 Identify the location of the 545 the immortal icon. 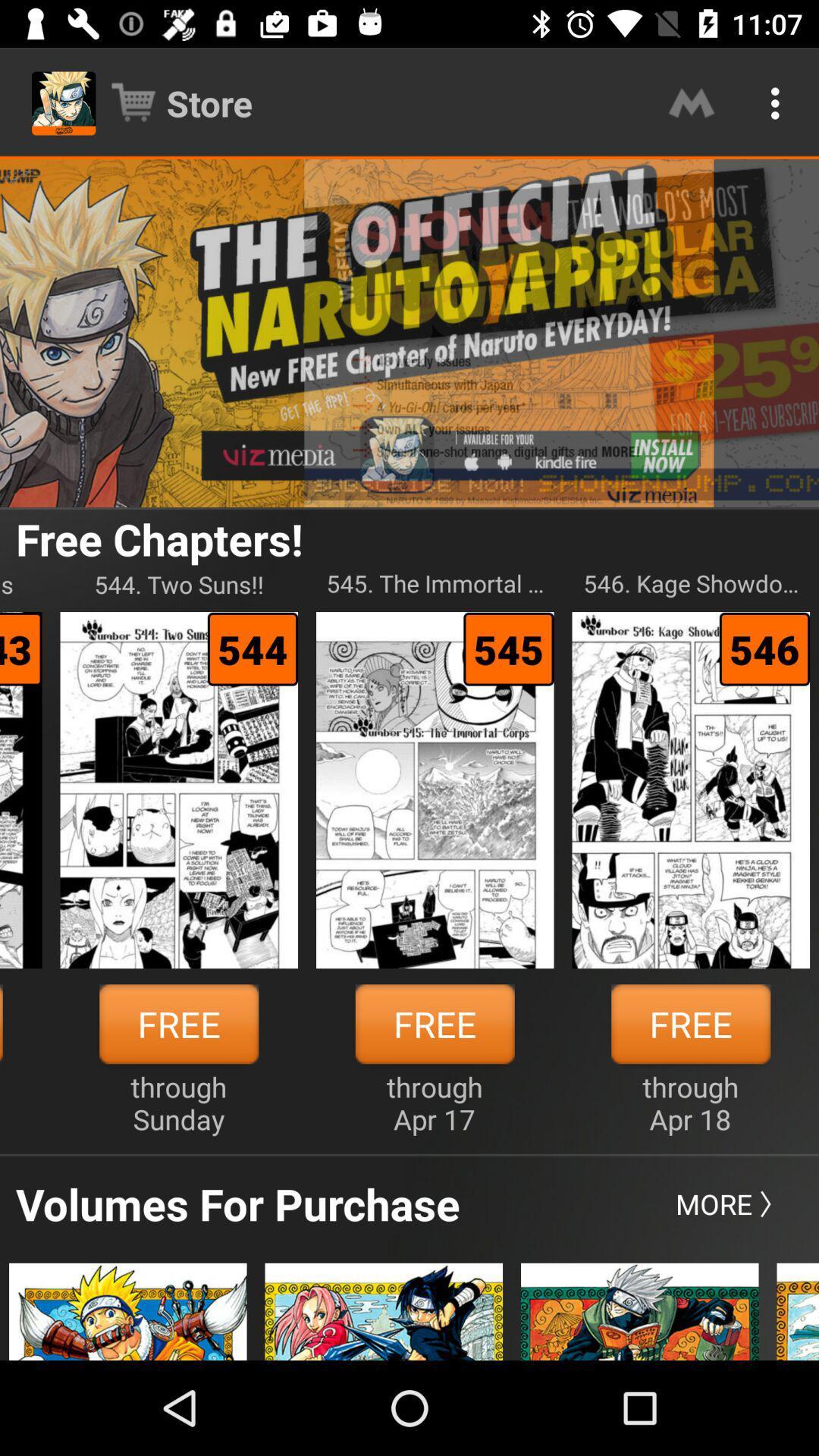
(435, 583).